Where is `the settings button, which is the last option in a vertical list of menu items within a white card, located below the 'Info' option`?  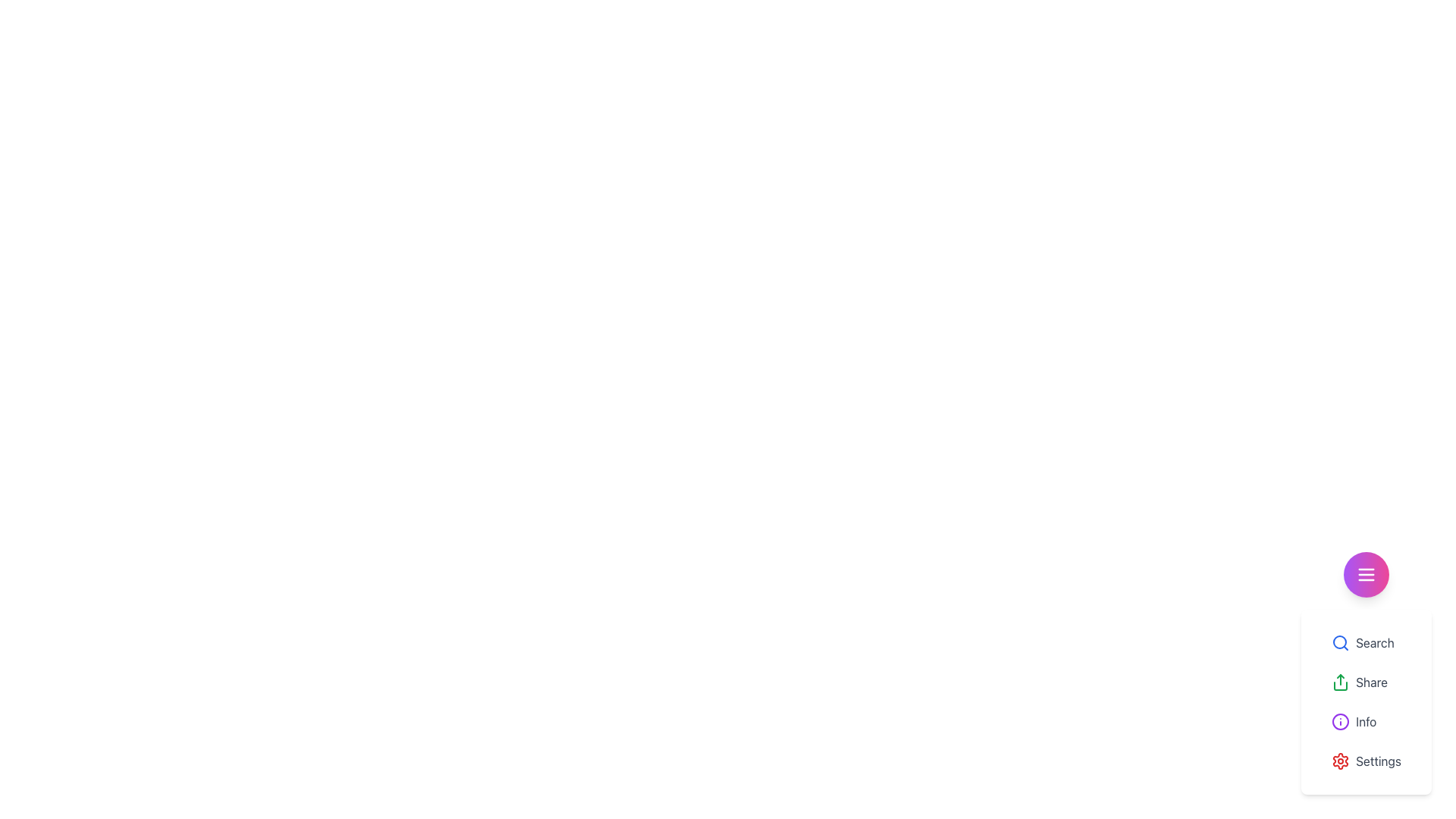 the settings button, which is the last option in a vertical list of menu items within a white card, located below the 'Info' option is located at coordinates (1367, 761).